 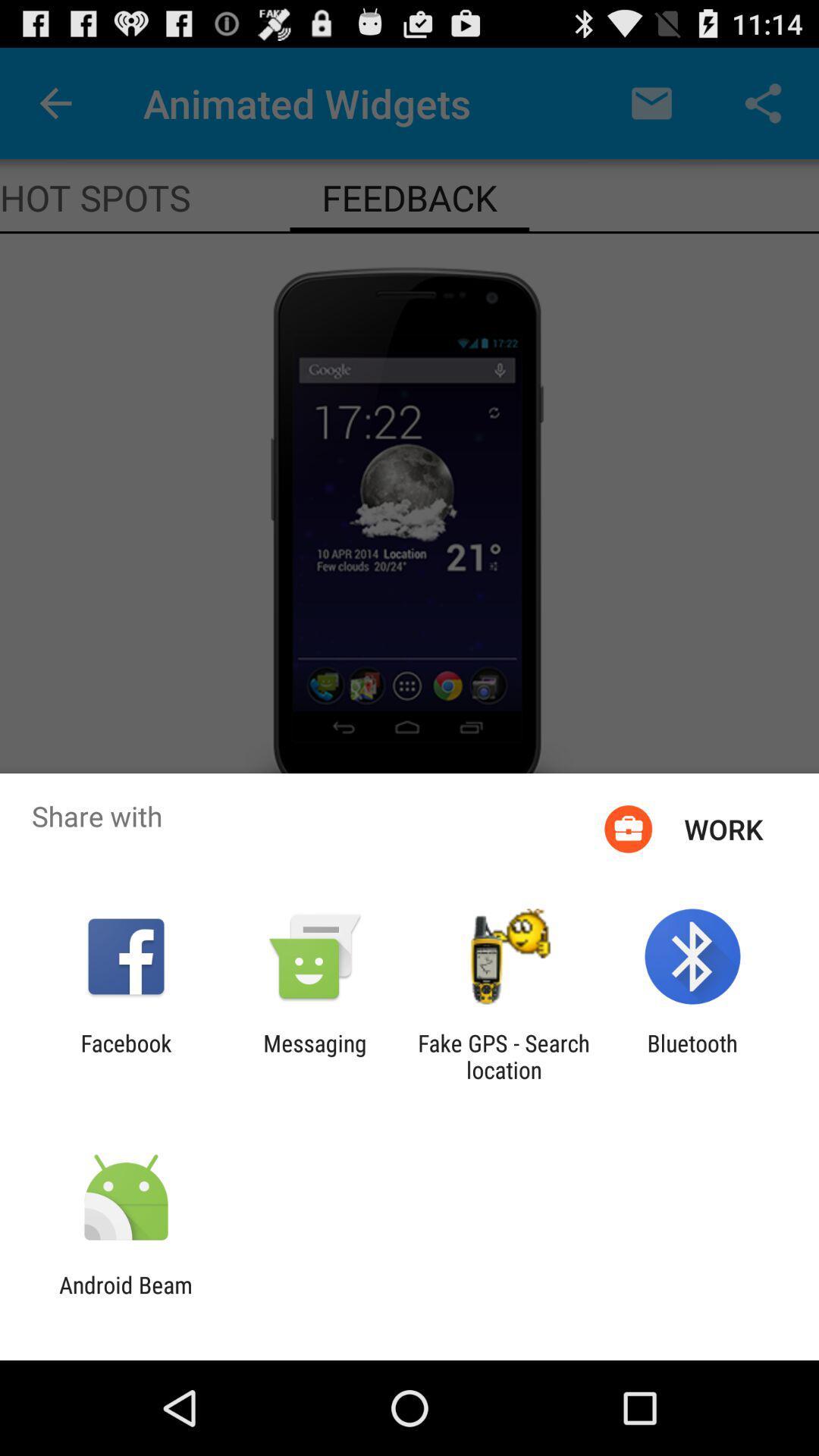 What do you see at coordinates (314, 1056) in the screenshot?
I see `the app to the right of facebook icon` at bounding box center [314, 1056].